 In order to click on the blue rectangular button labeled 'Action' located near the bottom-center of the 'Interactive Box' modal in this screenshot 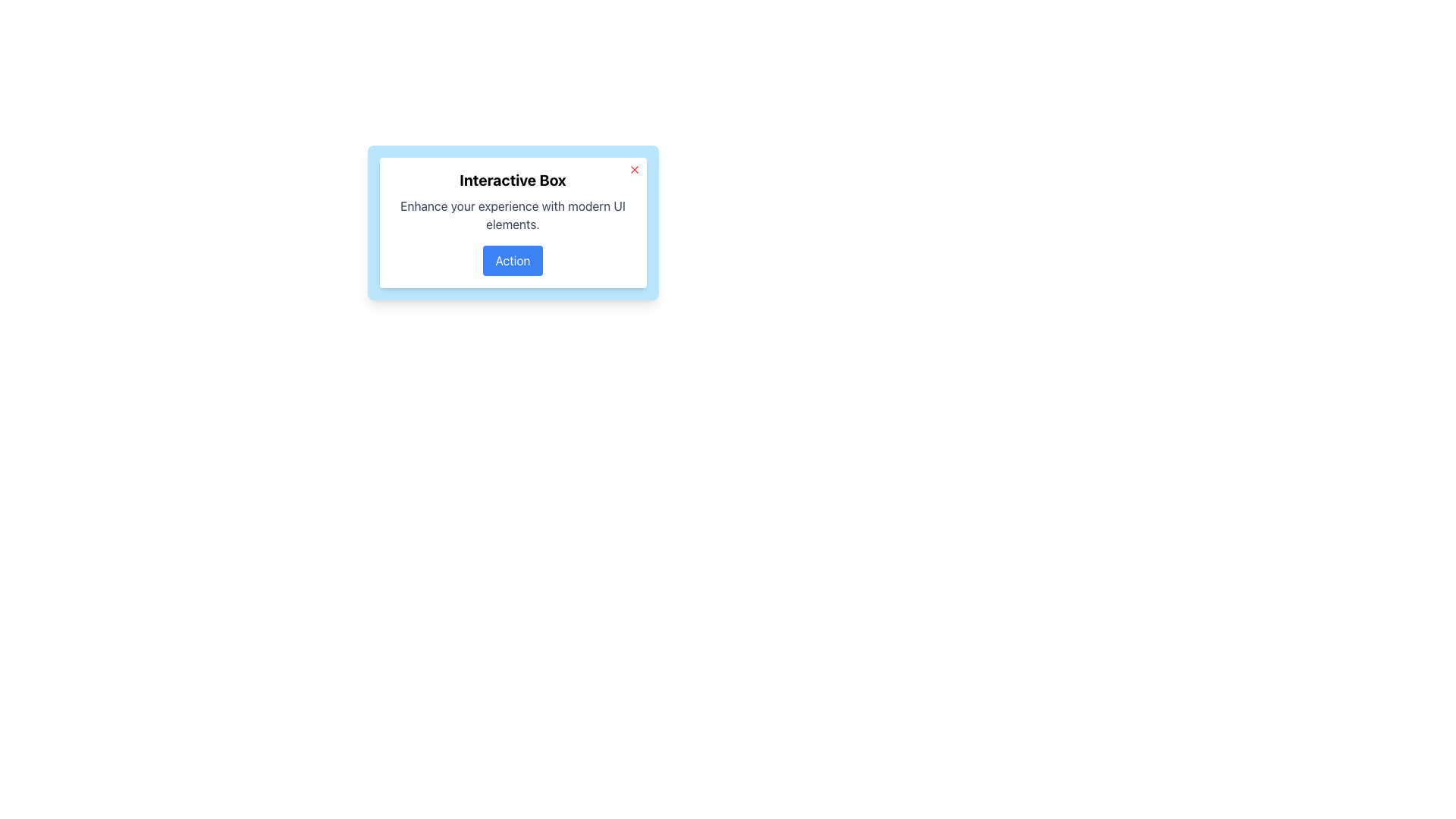, I will do `click(513, 259)`.